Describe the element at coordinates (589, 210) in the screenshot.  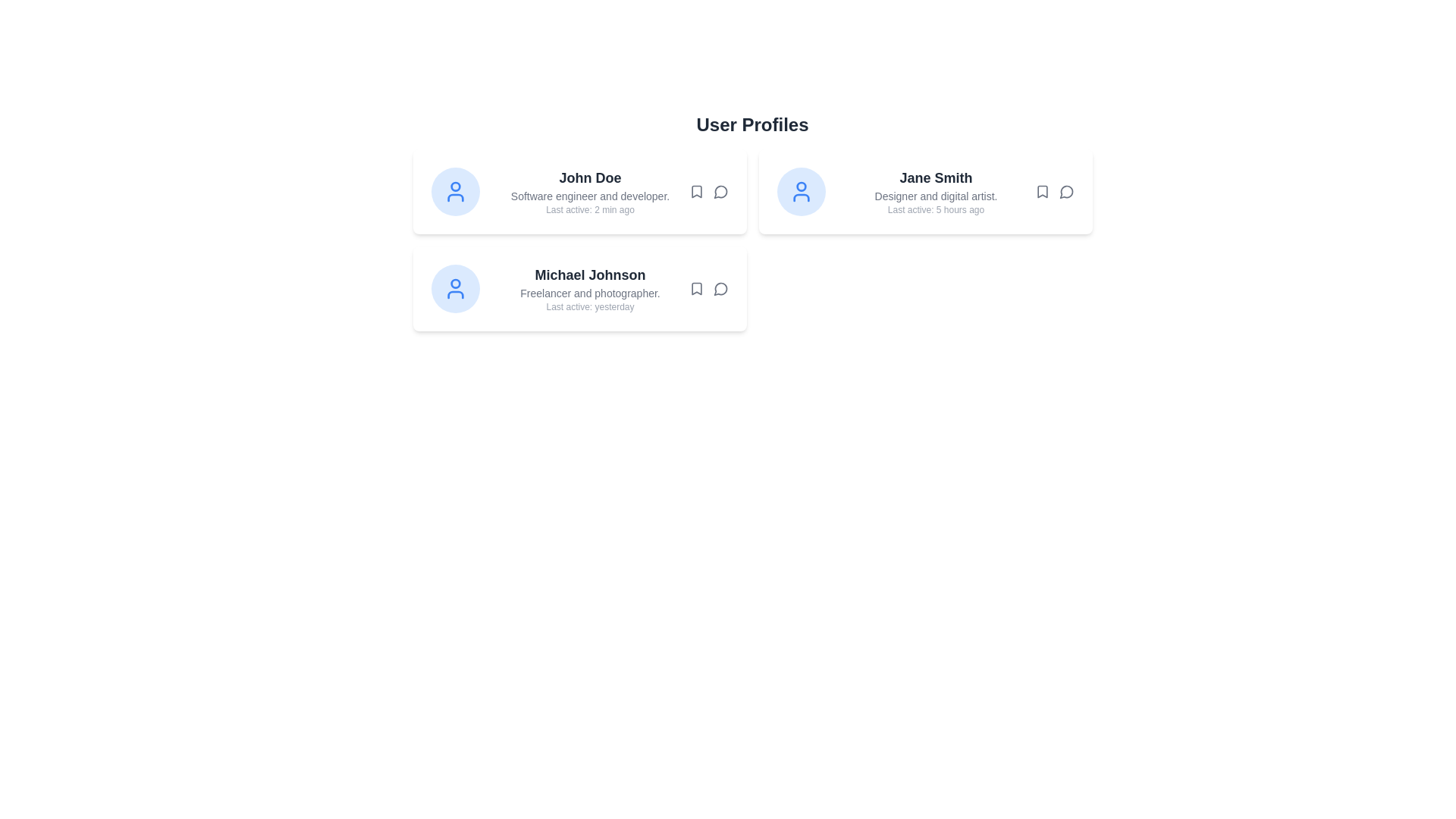
I see `the text label displaying the last active time for the profile associated with John Doe, located in the top-right profile card` at that location.